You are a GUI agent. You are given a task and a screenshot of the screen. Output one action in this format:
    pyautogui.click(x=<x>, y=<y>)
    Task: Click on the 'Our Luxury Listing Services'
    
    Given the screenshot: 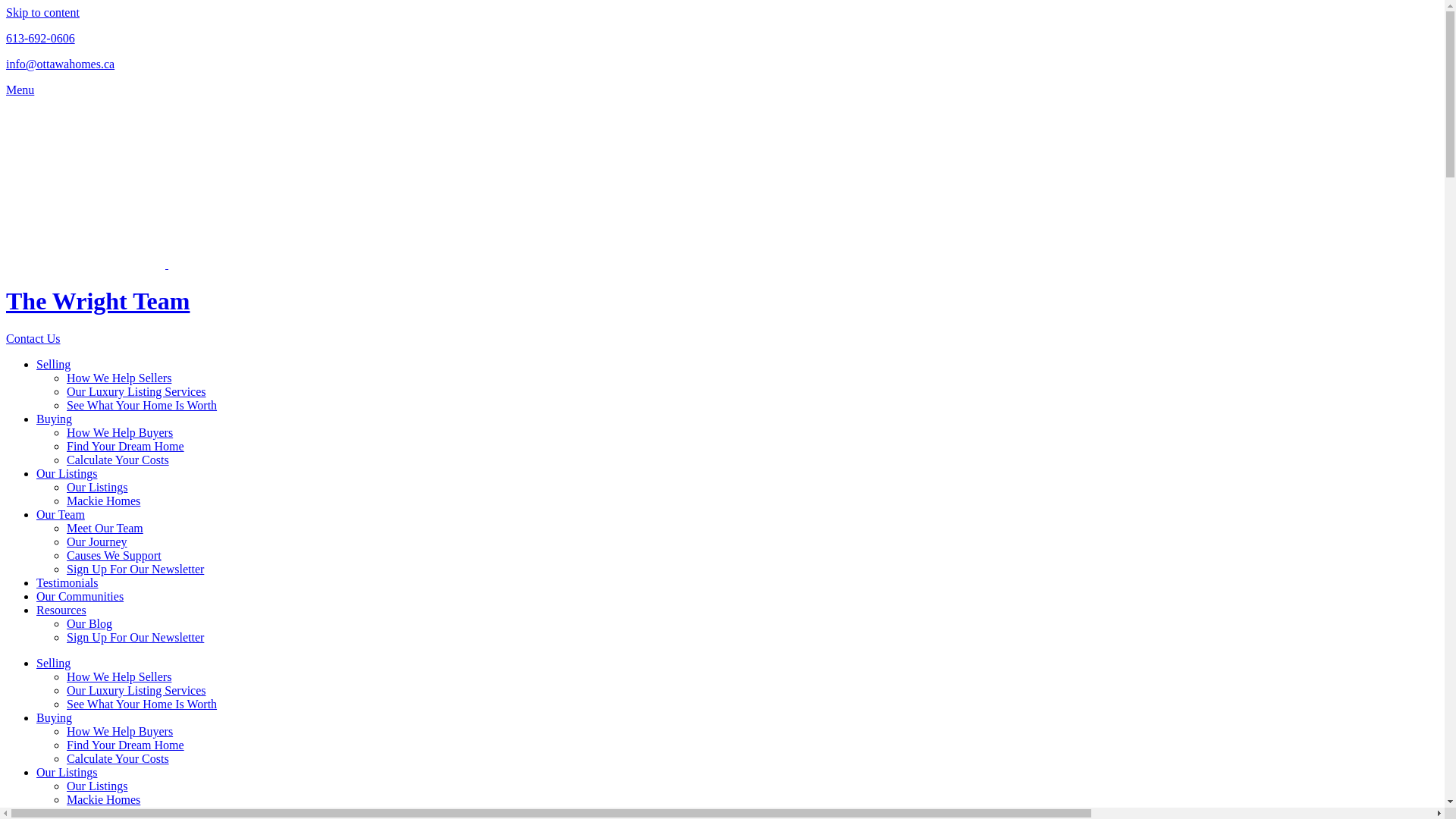 What is the action you would take?
    pyautogui.click(x=65, y=391)
    